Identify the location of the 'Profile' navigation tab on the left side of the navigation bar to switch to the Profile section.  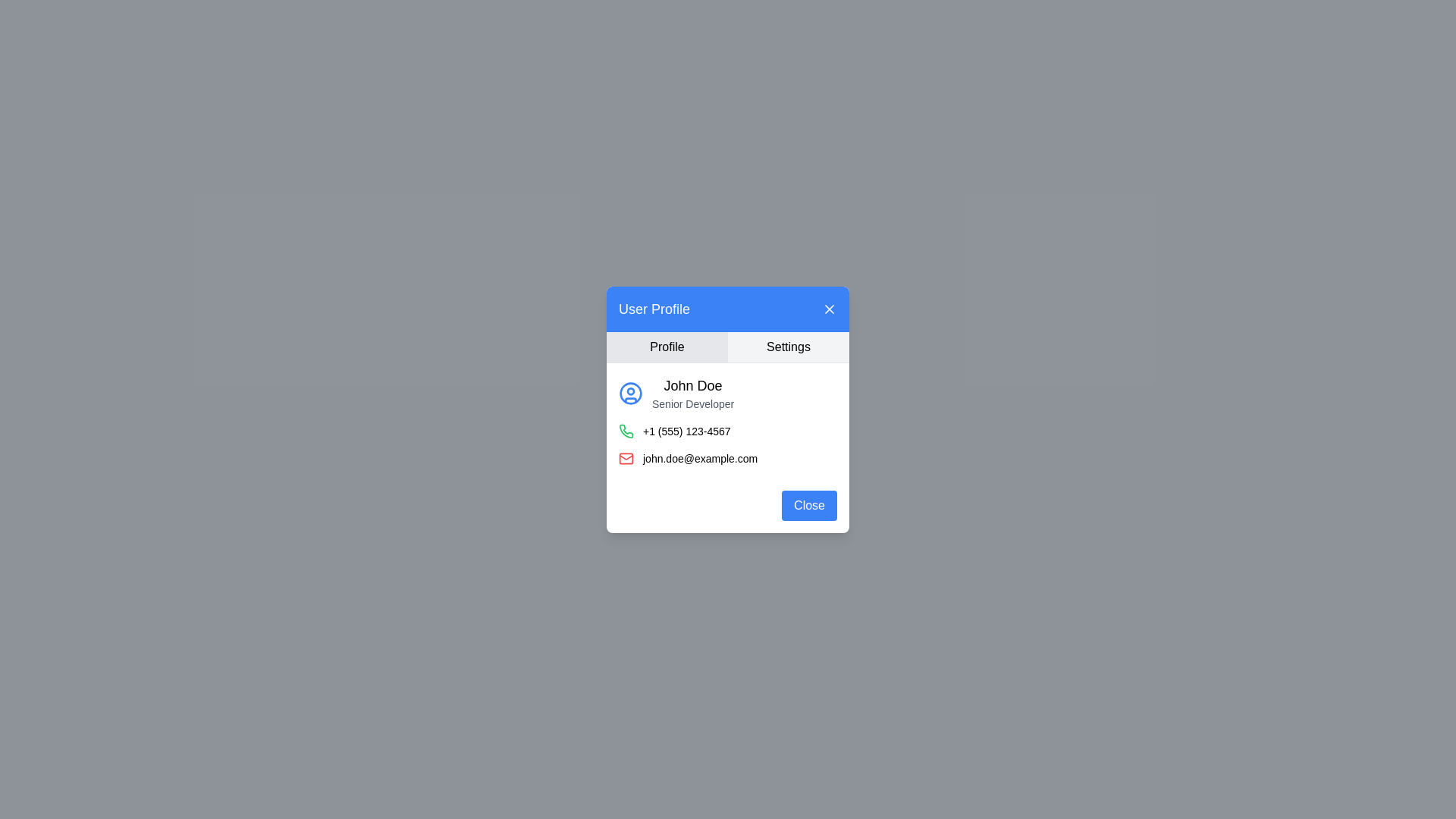
(667, 347).